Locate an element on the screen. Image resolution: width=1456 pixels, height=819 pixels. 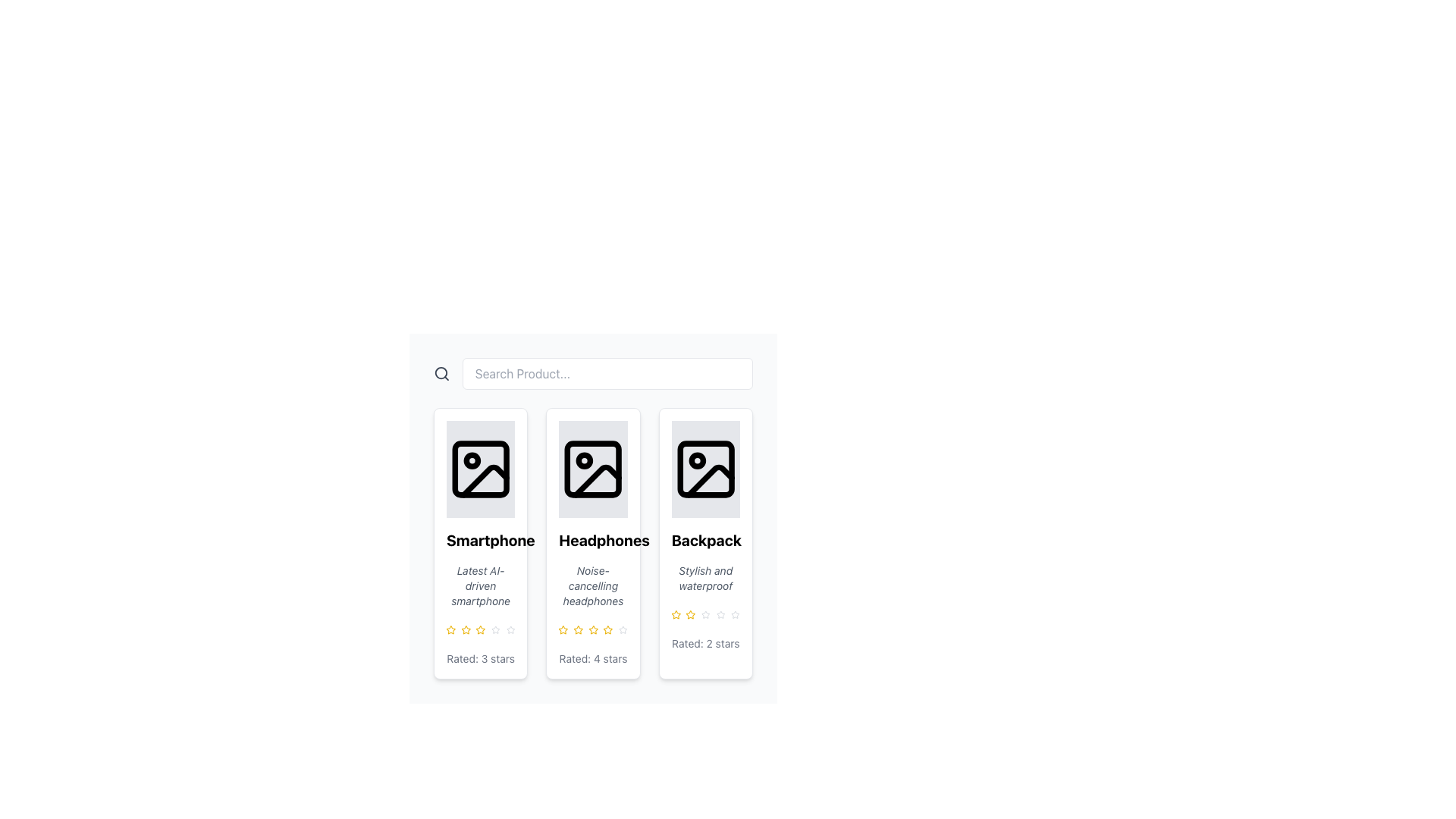
the third golden star in the rating system below the 'Smartphone' product card is located at coordinates (479, 629).